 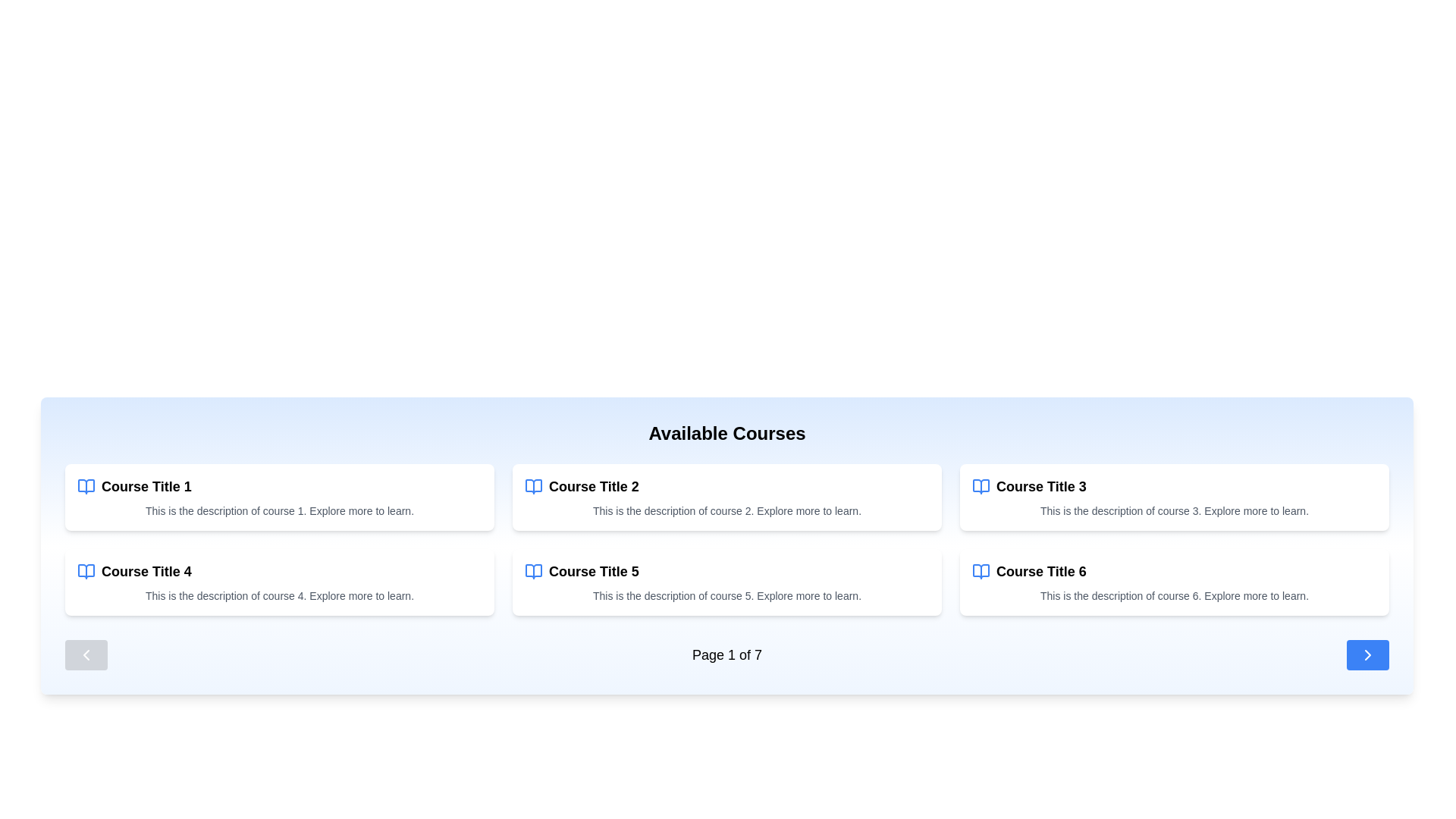 What do you see at coordinates (1174, 595) in the screenshot?
I see `text label that displays 'This is the description of course 6. Explore more to learn.' located below the title 'Course Title 6'` at bounding box center [1174, 595].